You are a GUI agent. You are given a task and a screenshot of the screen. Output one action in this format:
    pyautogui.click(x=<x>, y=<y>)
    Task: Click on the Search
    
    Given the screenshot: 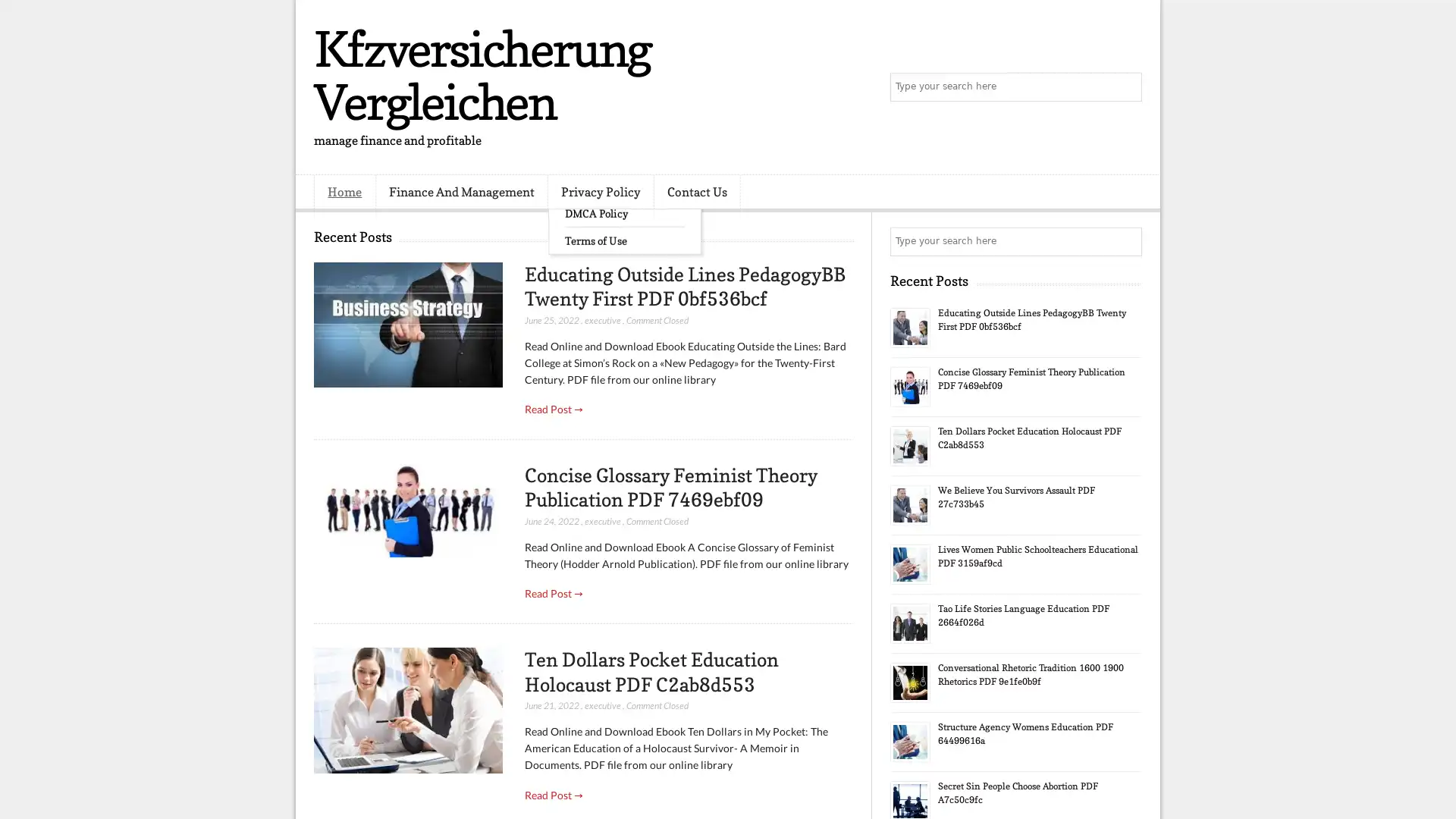 What is the action you would take?
    pyautogui.click(x=1126, y=87)
    